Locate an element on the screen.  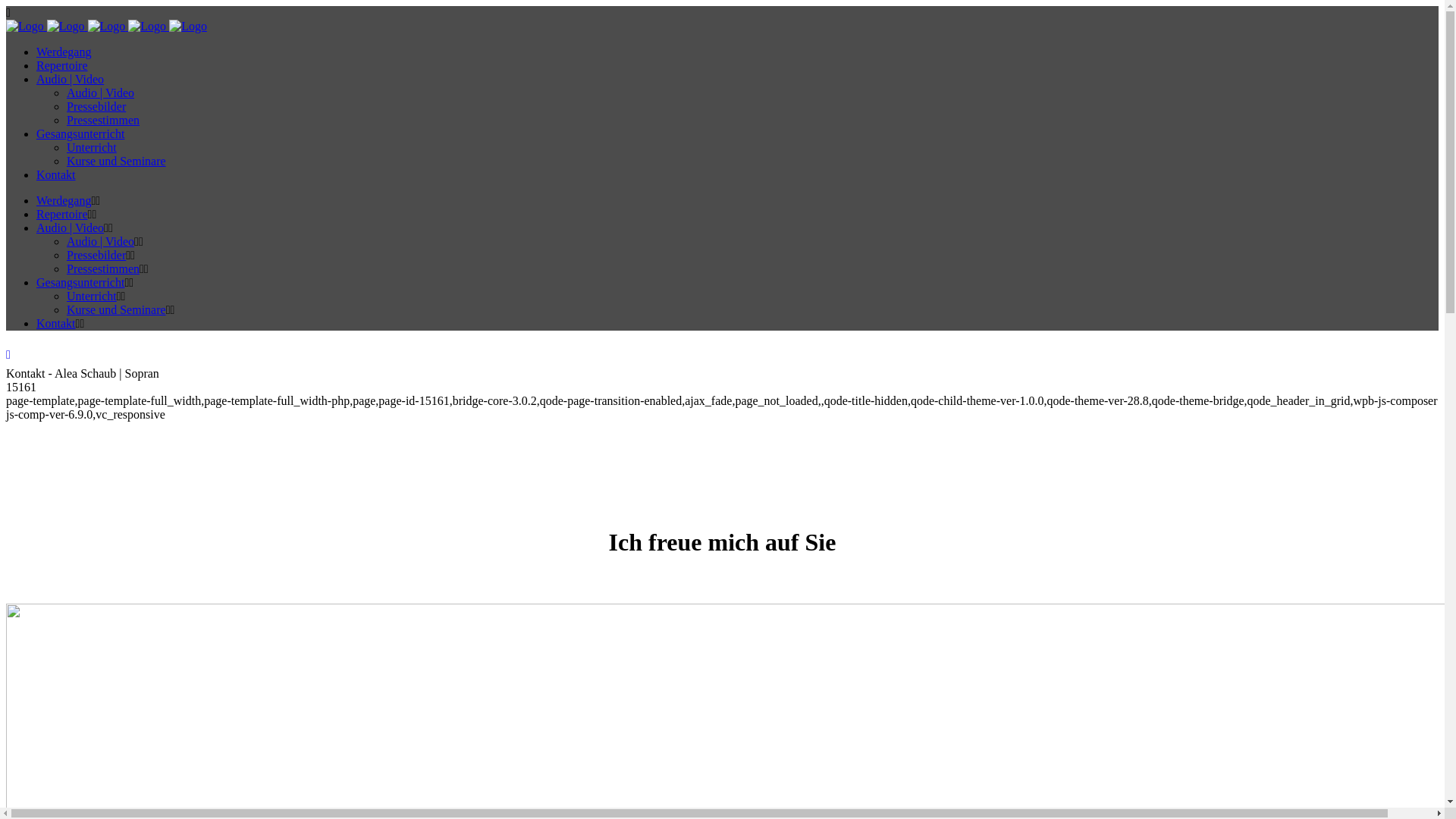
'Pressebilder' is located at coordinates (95, 105).